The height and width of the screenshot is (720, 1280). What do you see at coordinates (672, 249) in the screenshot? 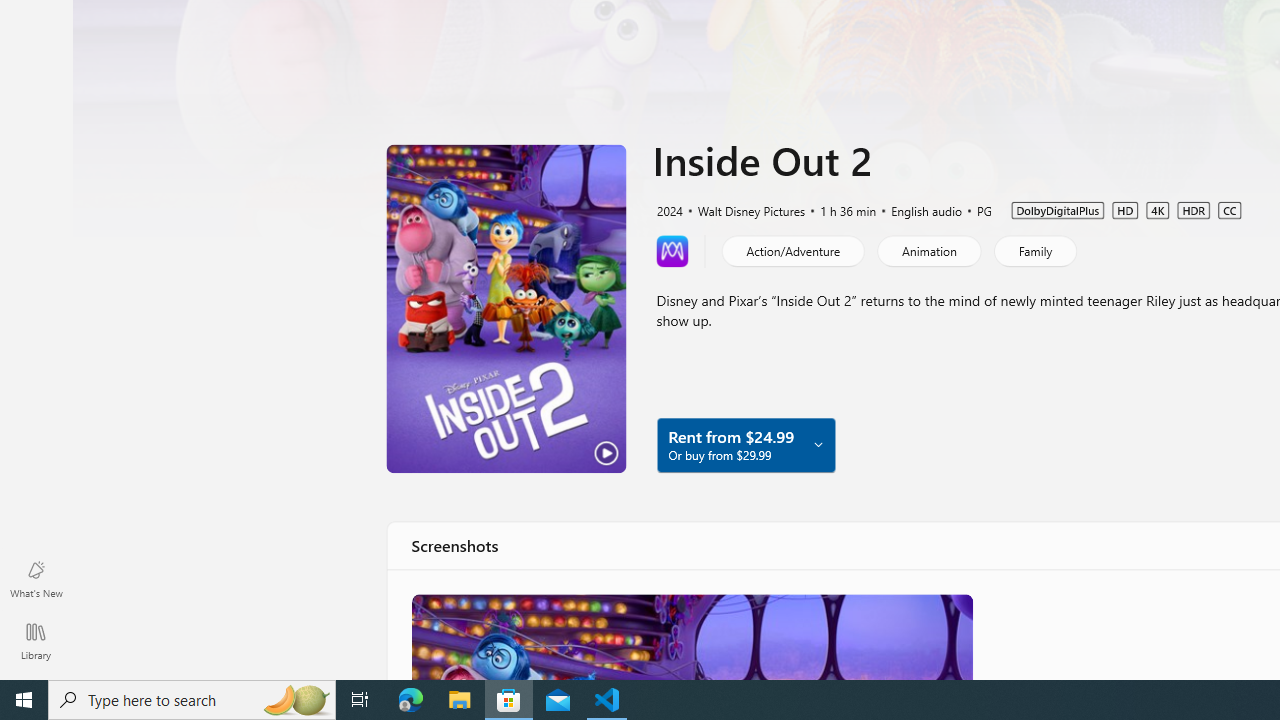
I see `'Learn more about Movies Anywhere'` at bounding box center [672, 249].